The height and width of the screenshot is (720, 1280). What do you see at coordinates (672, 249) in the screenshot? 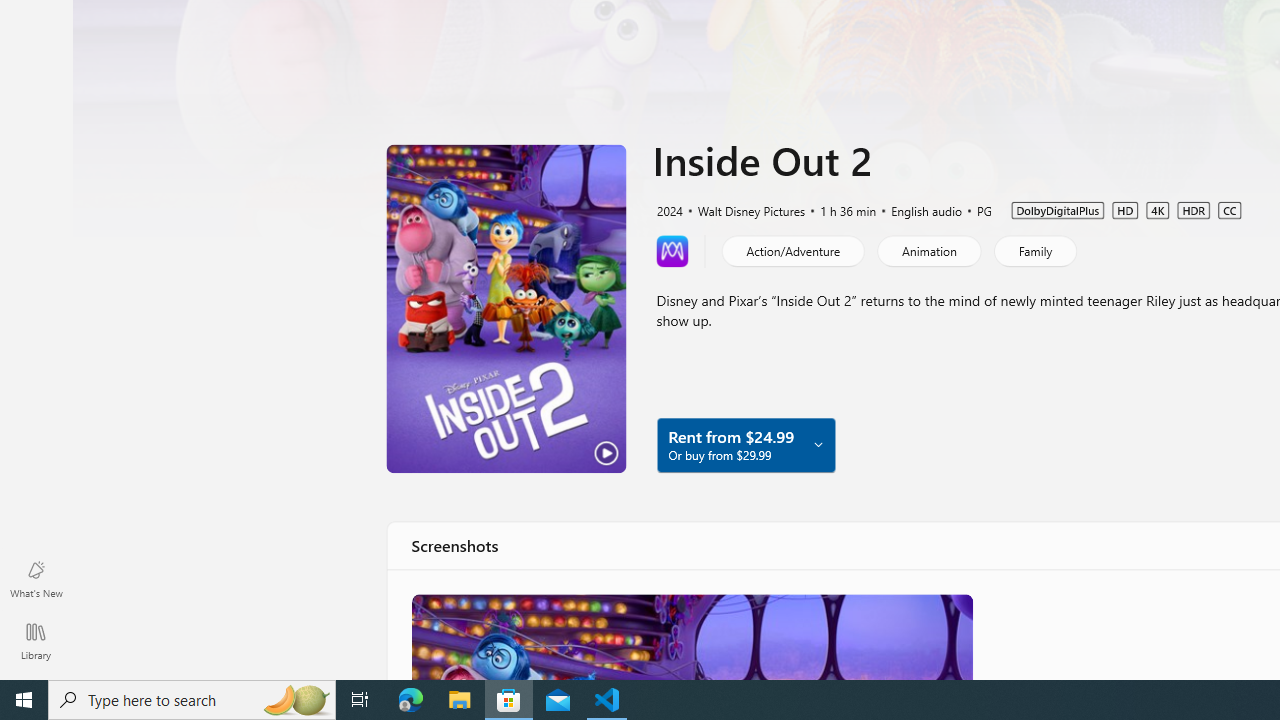
I see `'Learn more about Movies Anywhere'` at bounding box center [672, 249].